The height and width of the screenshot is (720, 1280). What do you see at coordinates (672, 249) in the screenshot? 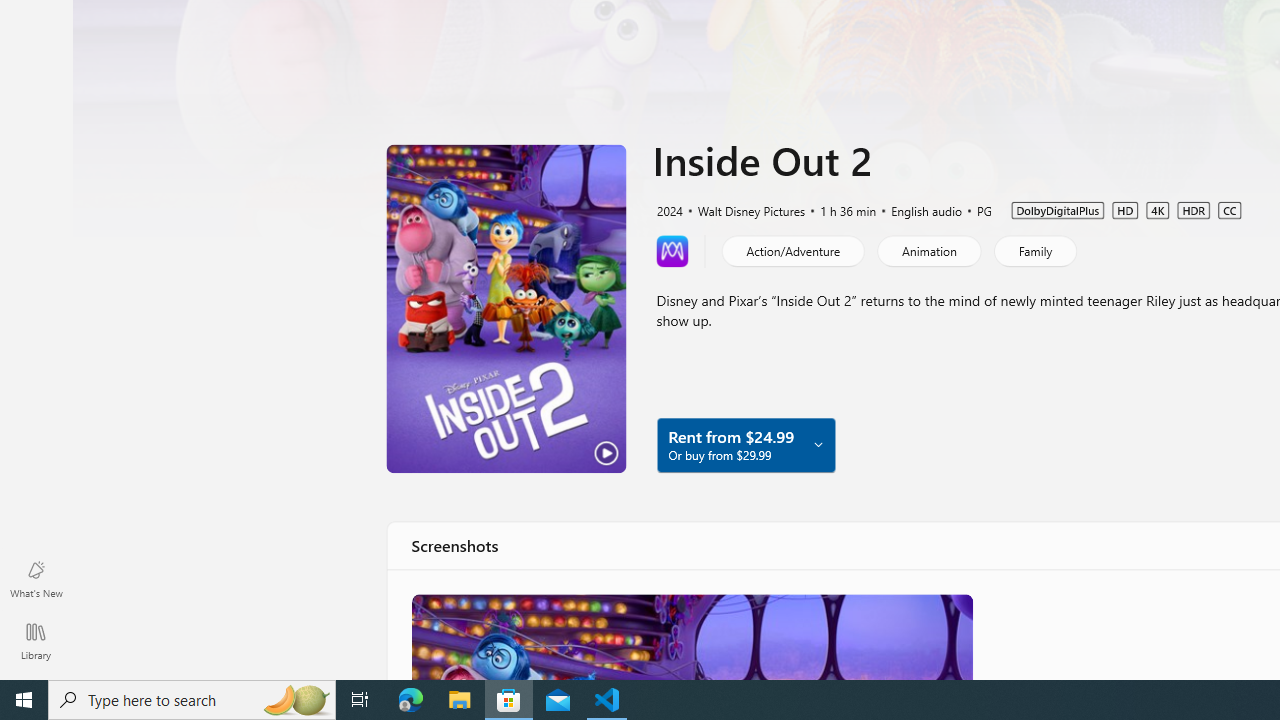
I see `'Learn more about Movies Anywhere'` at bounding box center [672, 249].